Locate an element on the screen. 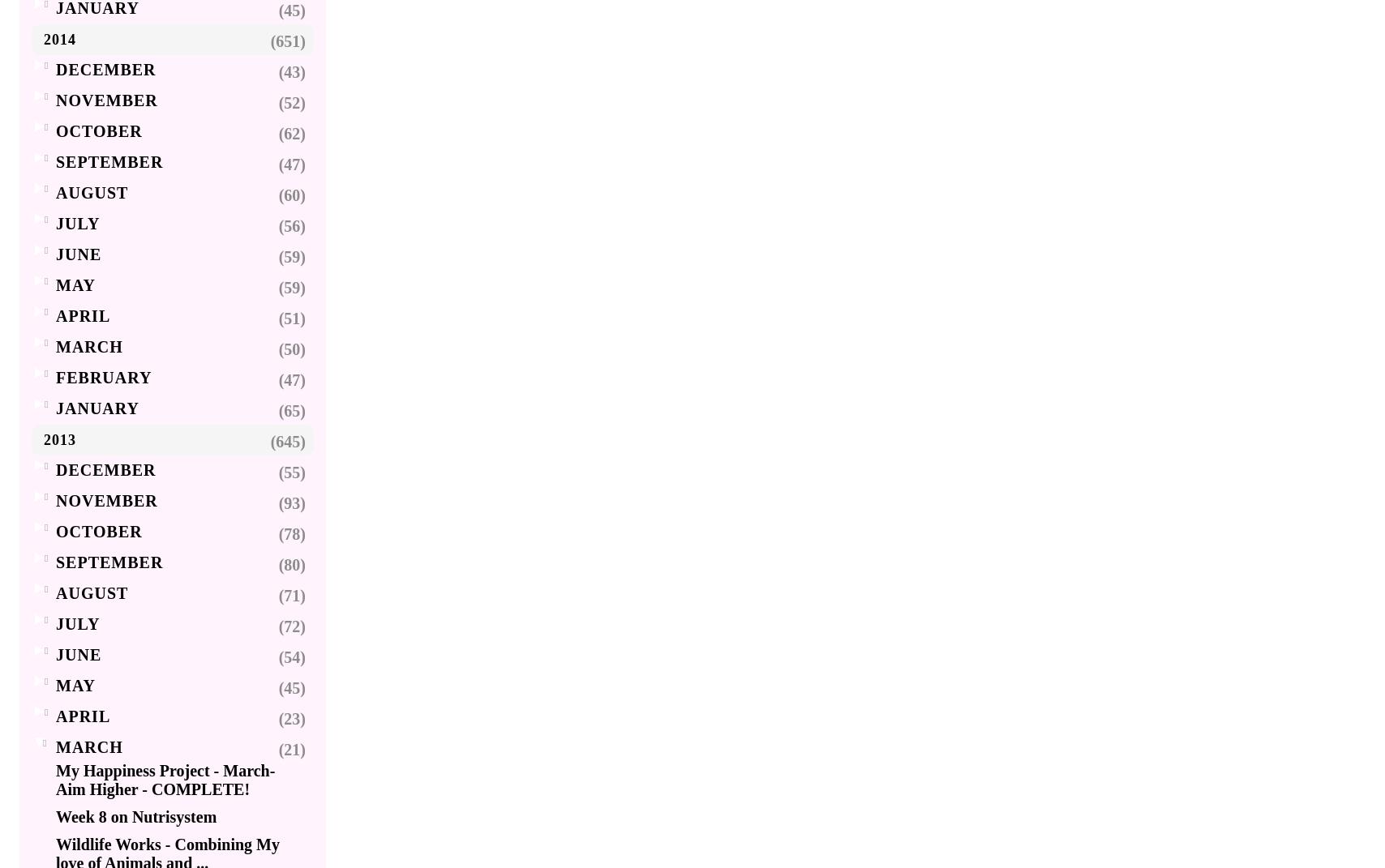 This screenshot has width=1385, height=868. '(50)' is located at coordinates (292, 348).